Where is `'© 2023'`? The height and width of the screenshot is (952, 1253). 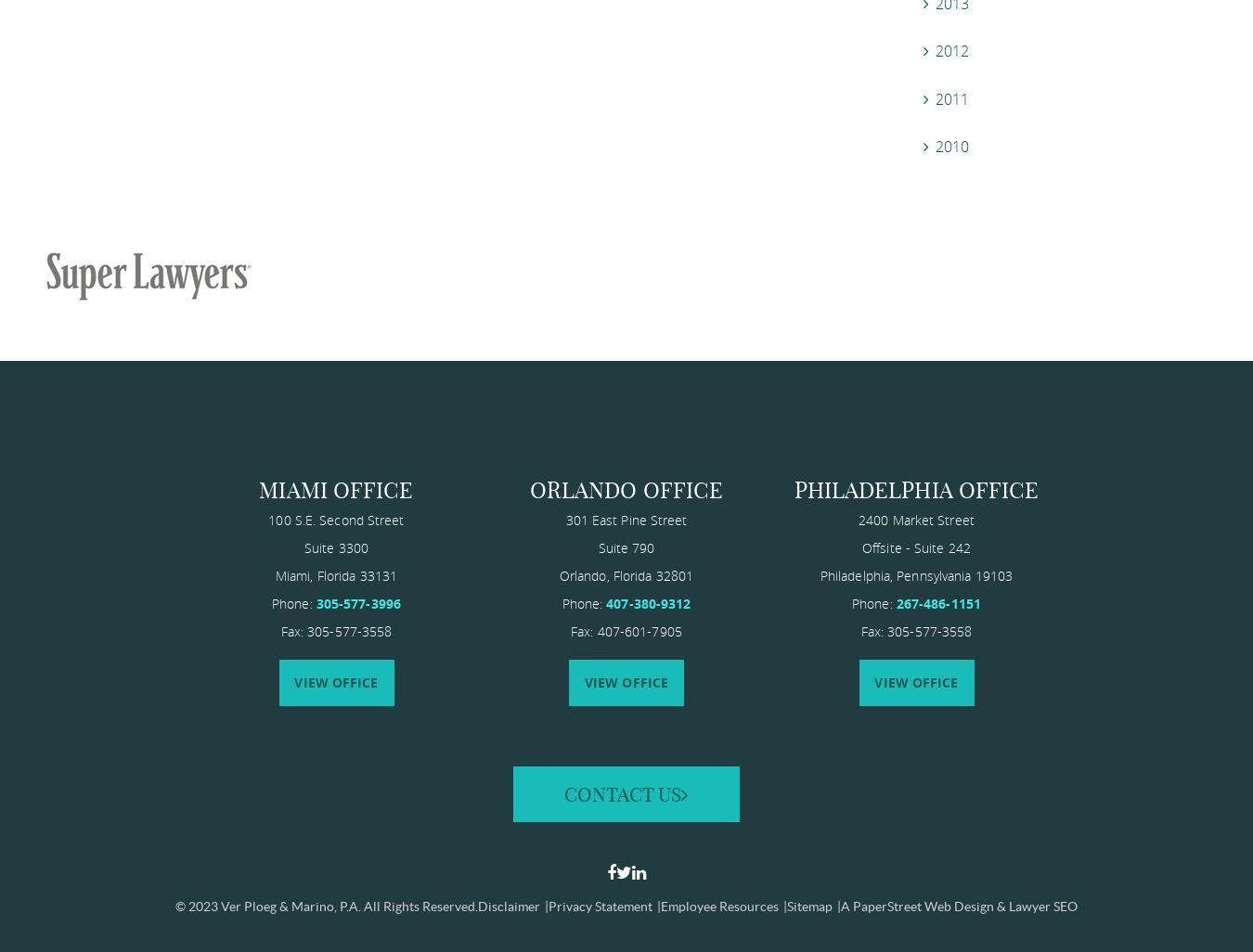
'© 2023' is located at coordinates (198, 905).